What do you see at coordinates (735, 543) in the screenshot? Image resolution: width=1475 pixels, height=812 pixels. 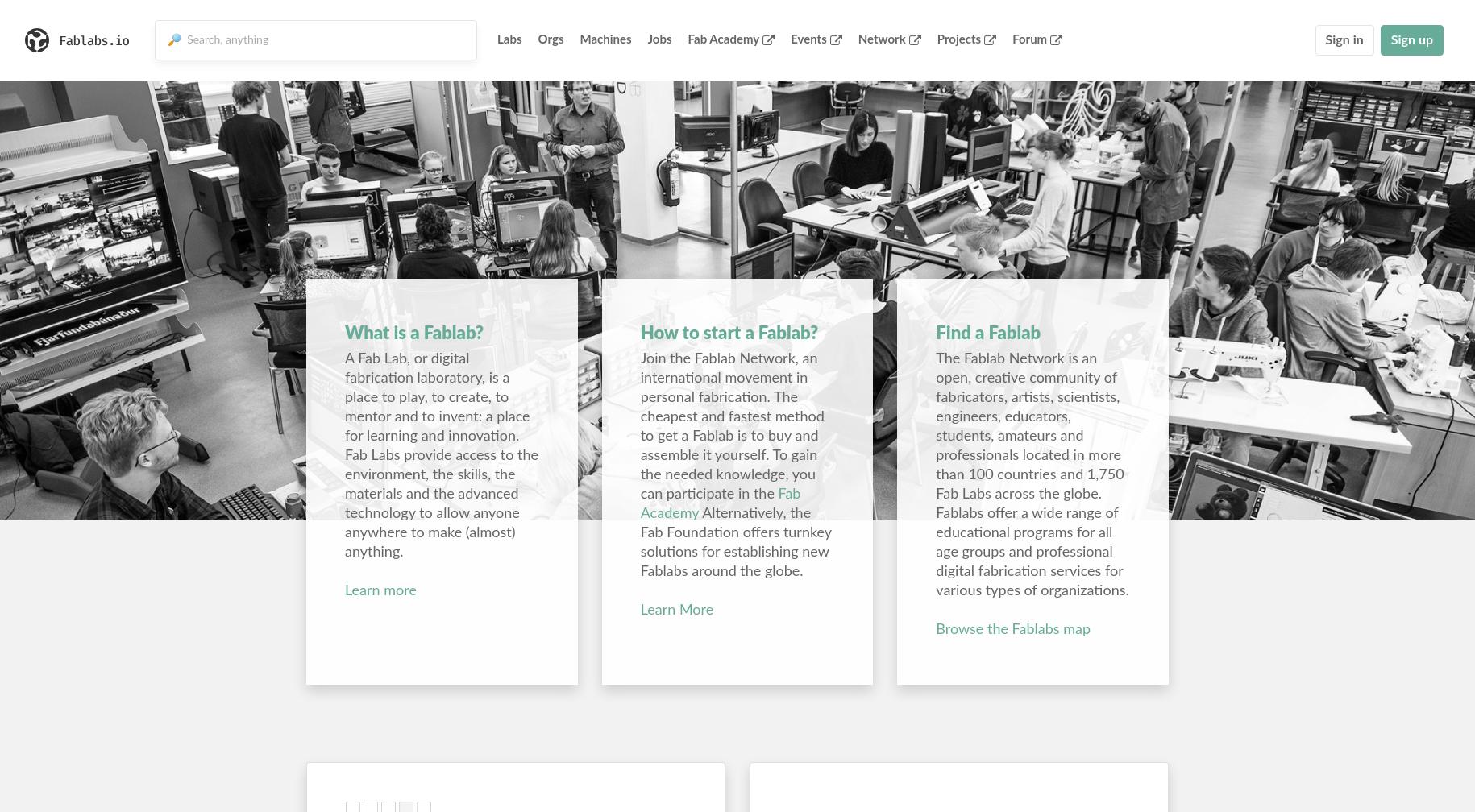 I see `'Alternatively, the Fab Foundation offers turnkey solutions for establishing new Fablabs around the globe.'` at bounding box center [735, 543].